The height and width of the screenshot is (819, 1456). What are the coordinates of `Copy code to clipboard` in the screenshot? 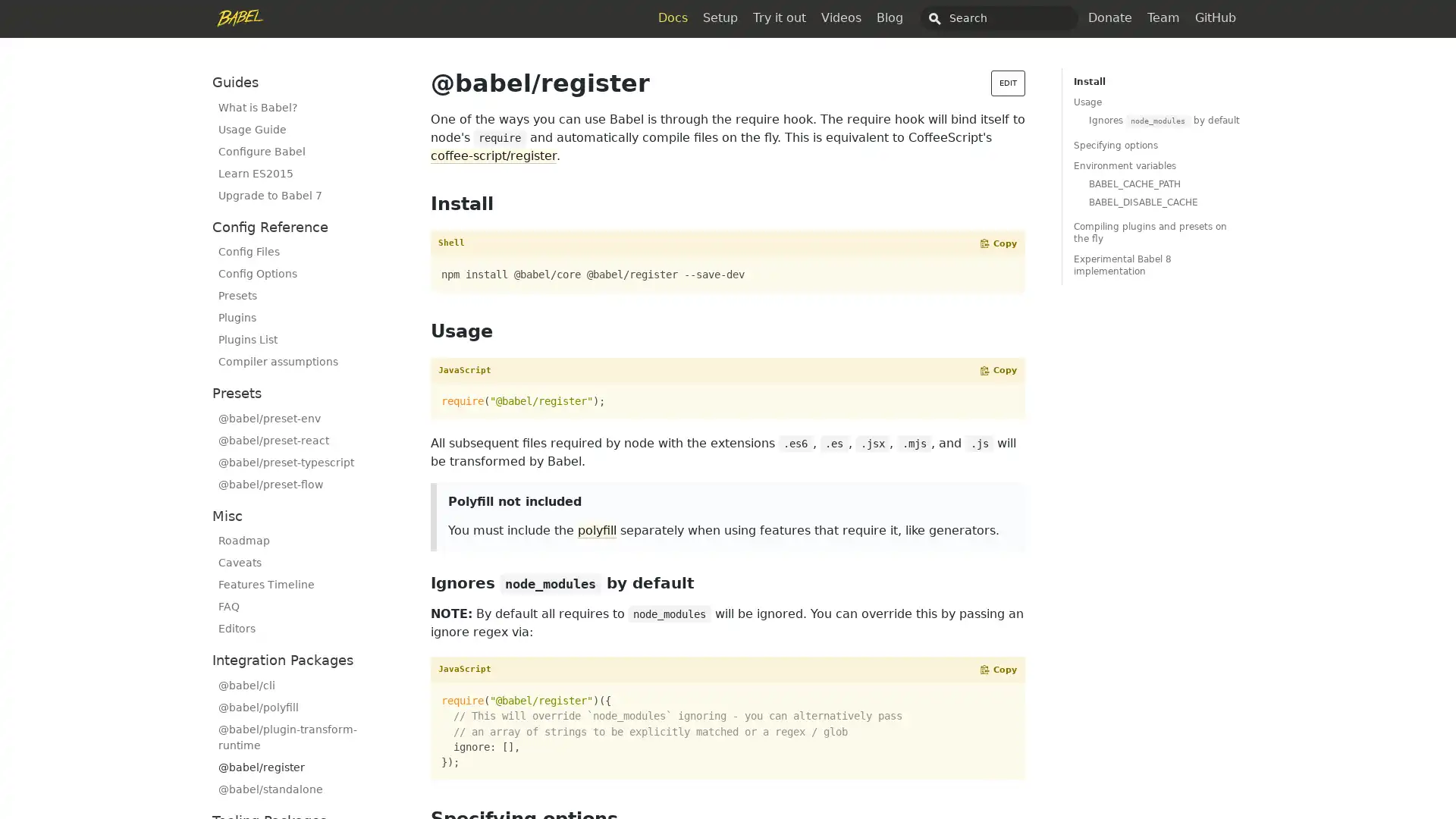 It's located at (998, 242).